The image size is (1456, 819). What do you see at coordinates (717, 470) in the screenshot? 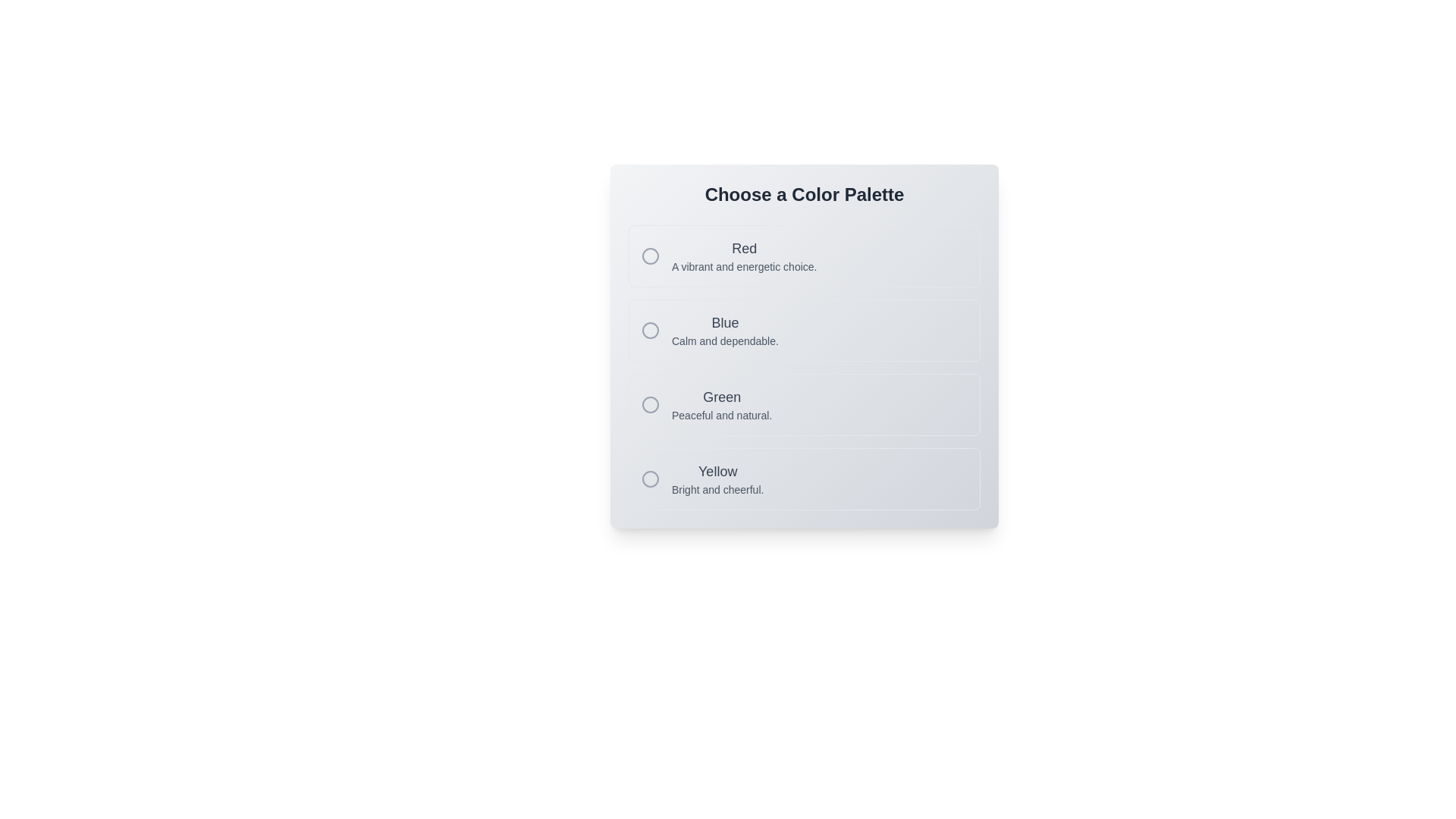
I see `the text label displaying the word 'Yellow' in bold gray font to focus on it` at bounding box center [717, 470].